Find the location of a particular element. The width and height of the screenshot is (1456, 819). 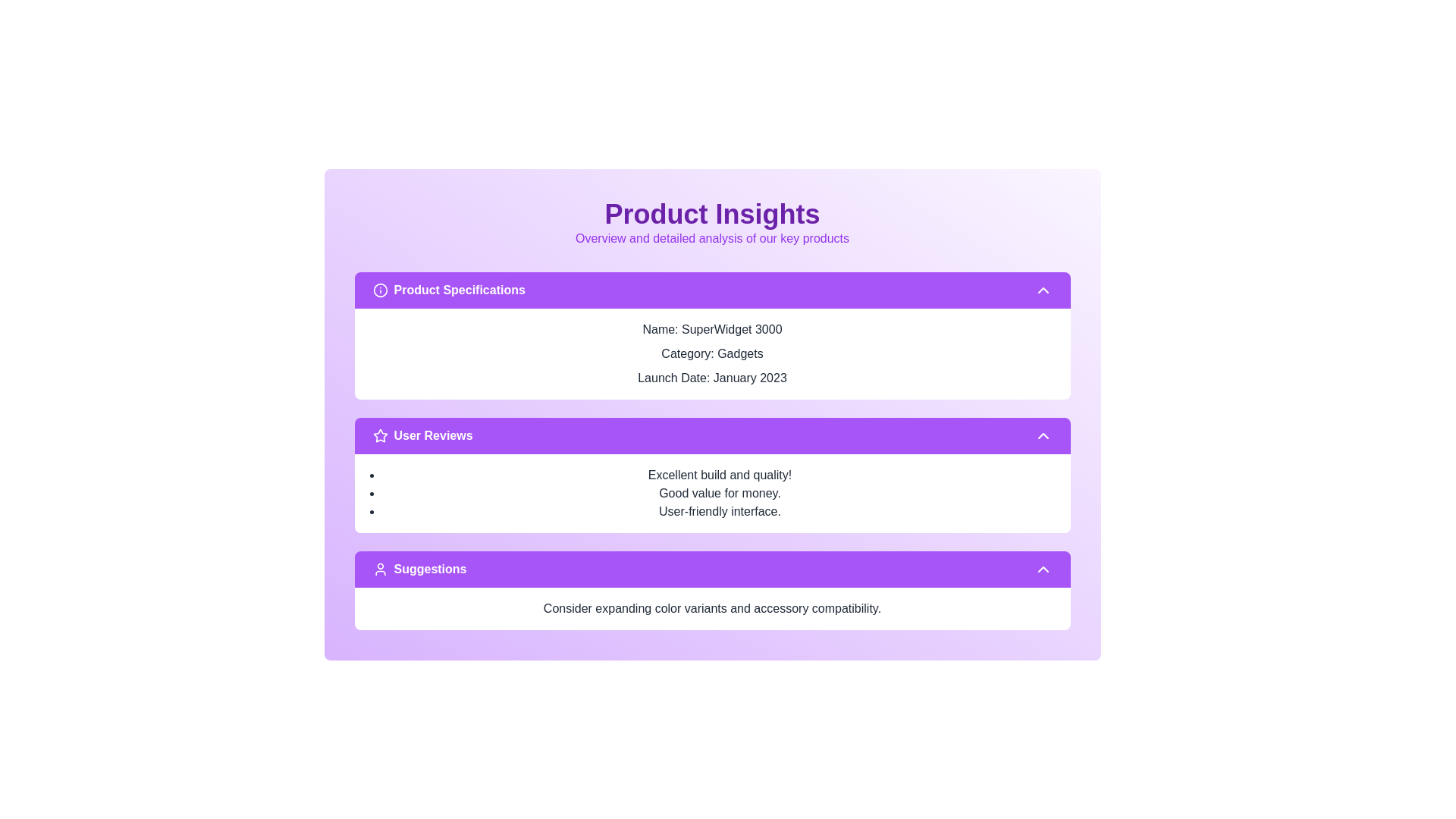

the static text reading 'User-friendly interface.' which is the last item in the 'User Reviews' section of the interface is located at coordinates (719, 512).